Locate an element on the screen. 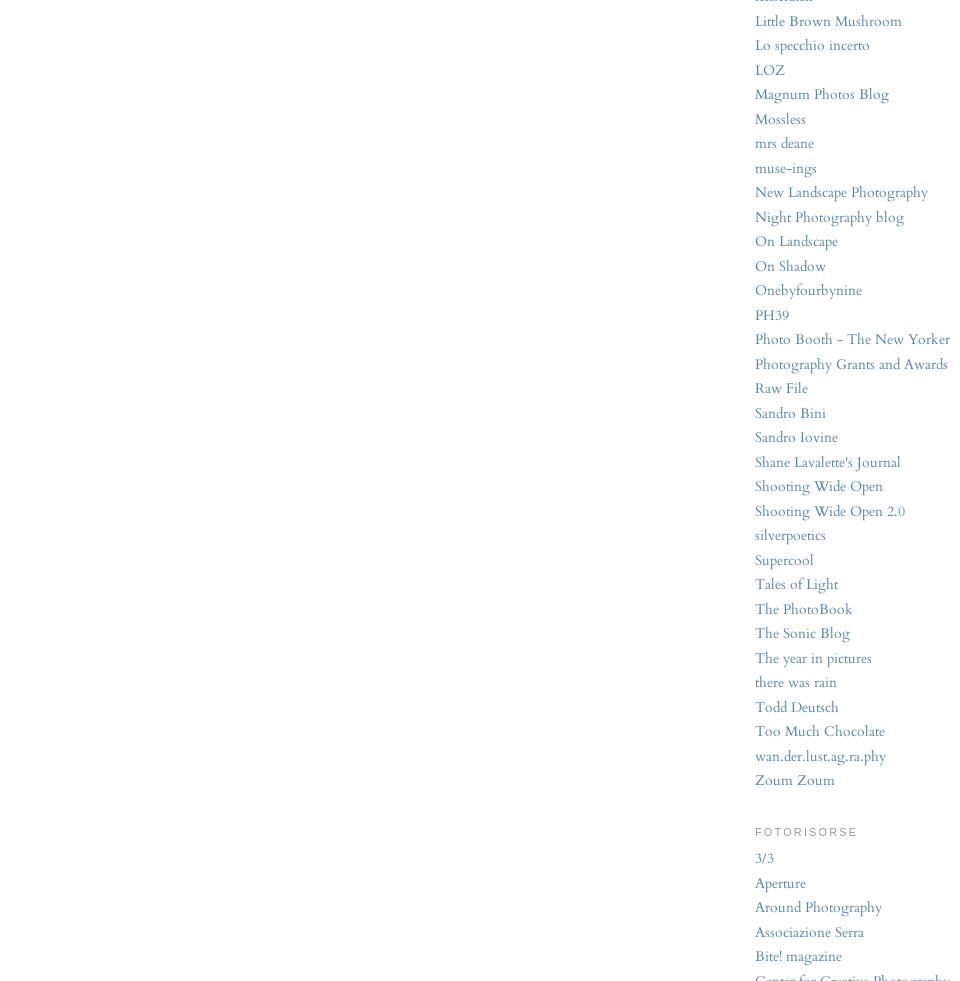 The height and width of the screenshot is (981, 960). 'Little Brown Mushroom' is located at coordinates (828, 19).